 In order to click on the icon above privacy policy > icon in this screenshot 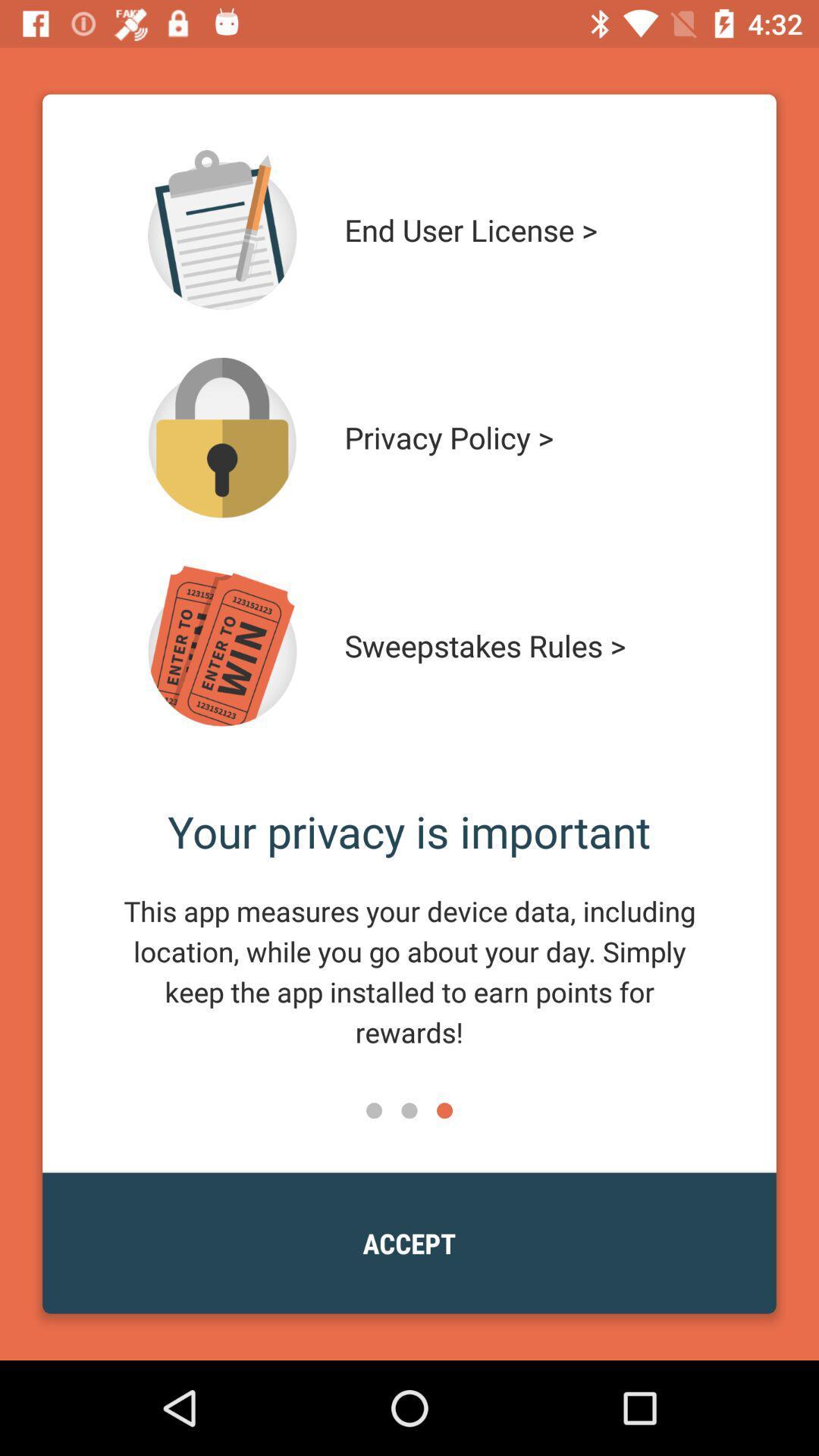, I will do `click(513, 229)`.